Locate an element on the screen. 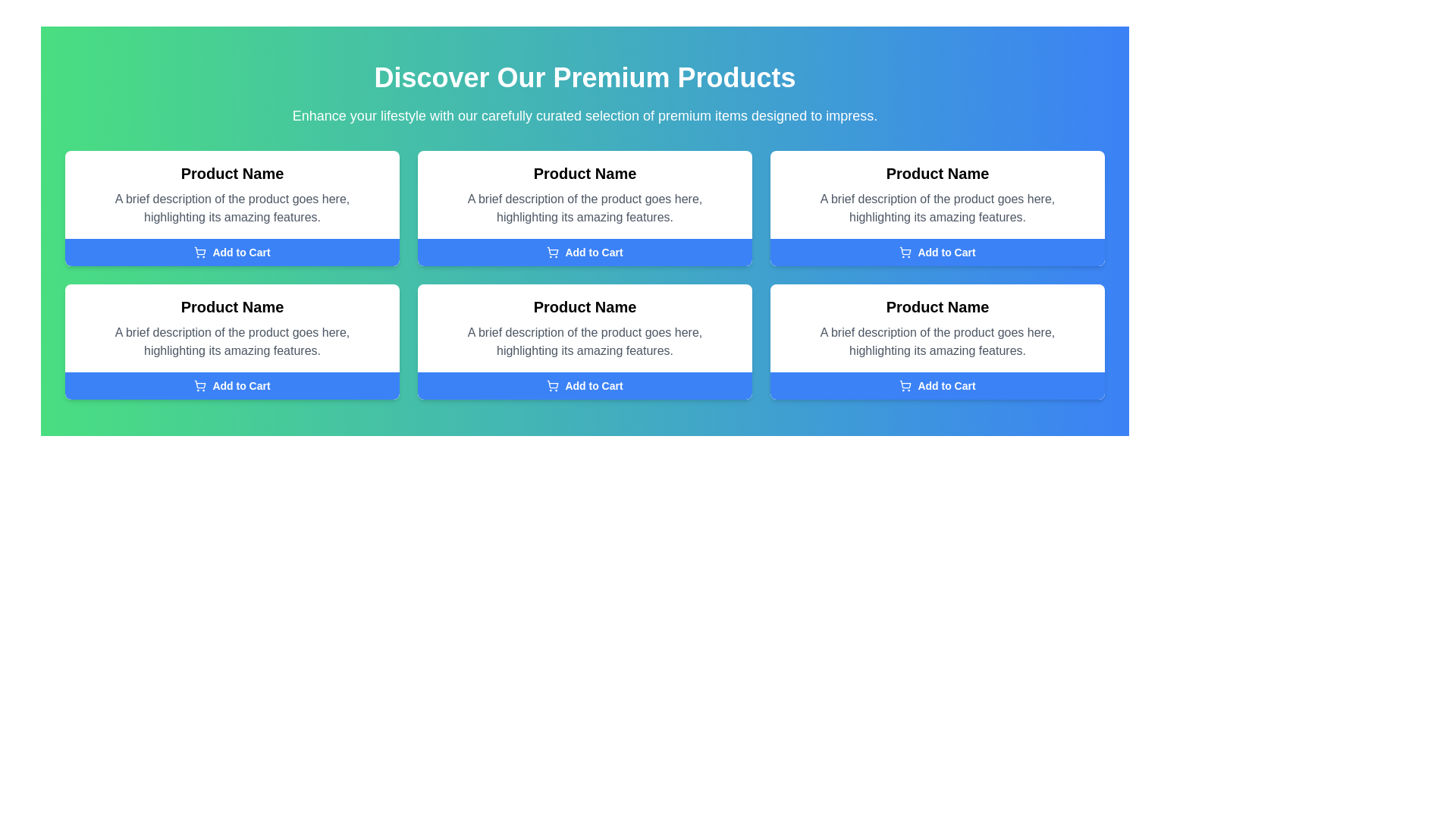  the 'Add to Cart' button with a blue background and white text, located at the bottom of the fourth product card in the second row of a 3x2 grid layout is located at coordinates (231, 385).